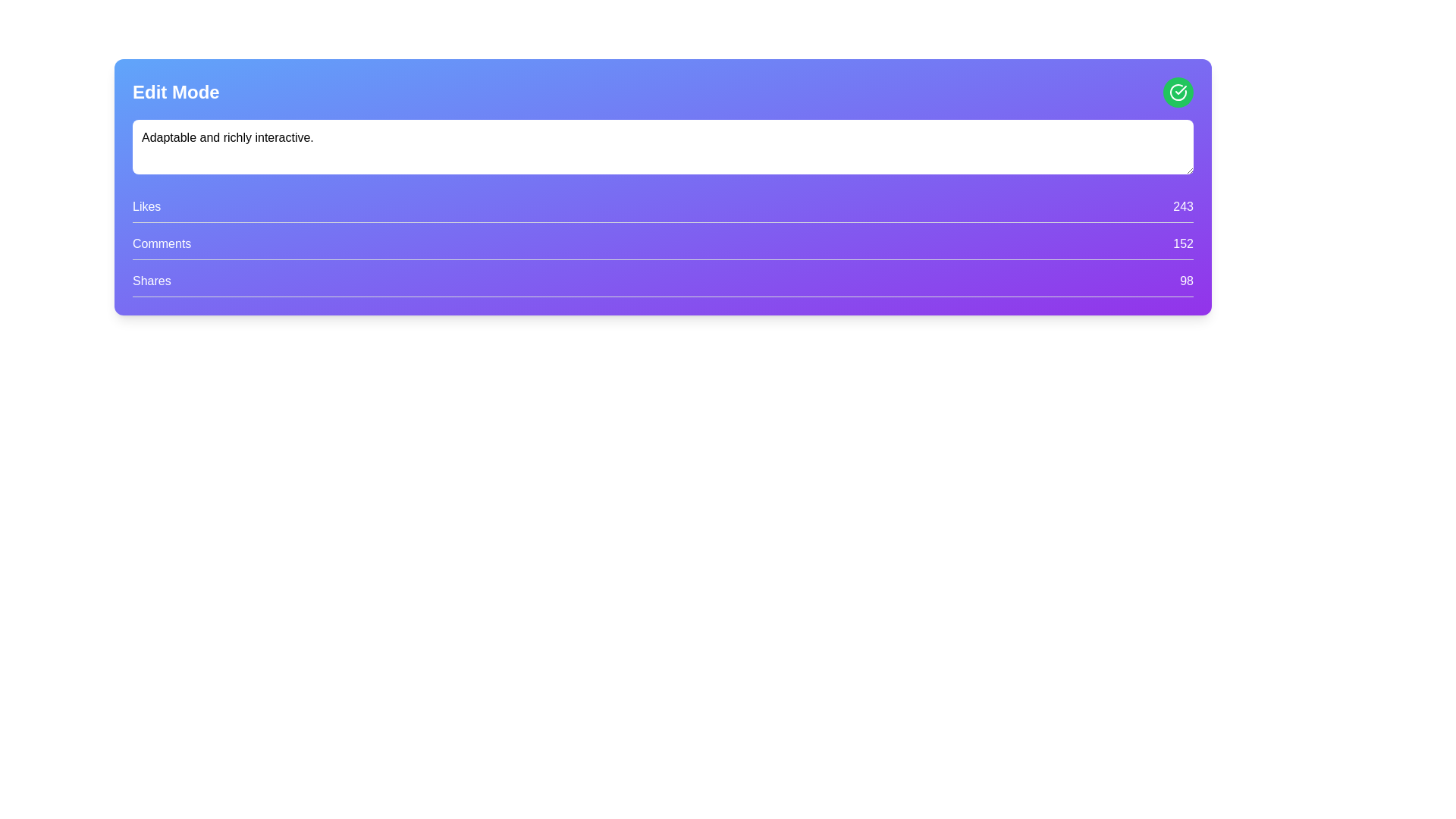  I want to click on the checkmark icon within the circular outline located in the top-right corner of the card-like component, so click(1180, 90).